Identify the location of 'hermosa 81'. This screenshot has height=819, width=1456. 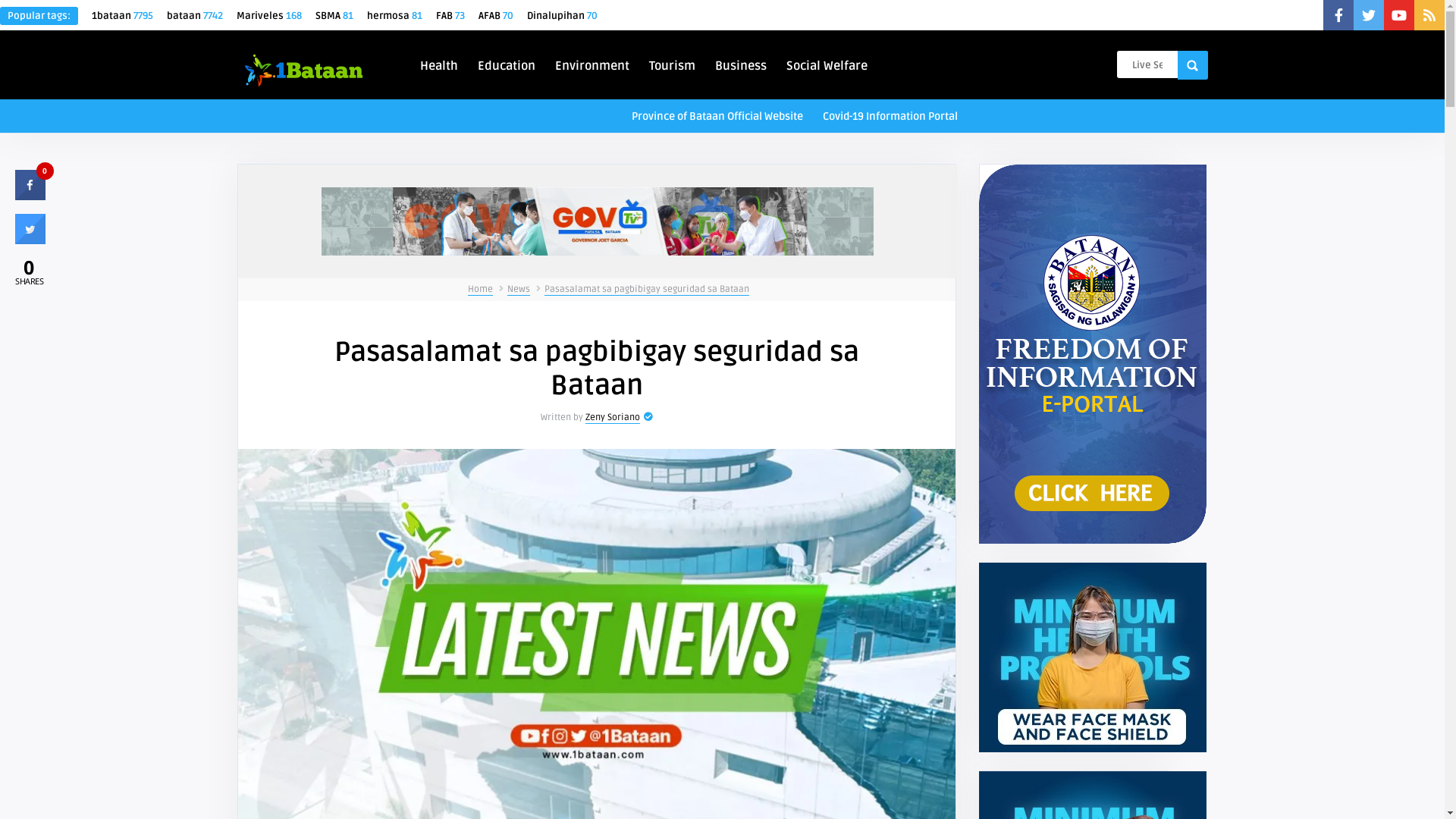
(394, 15).